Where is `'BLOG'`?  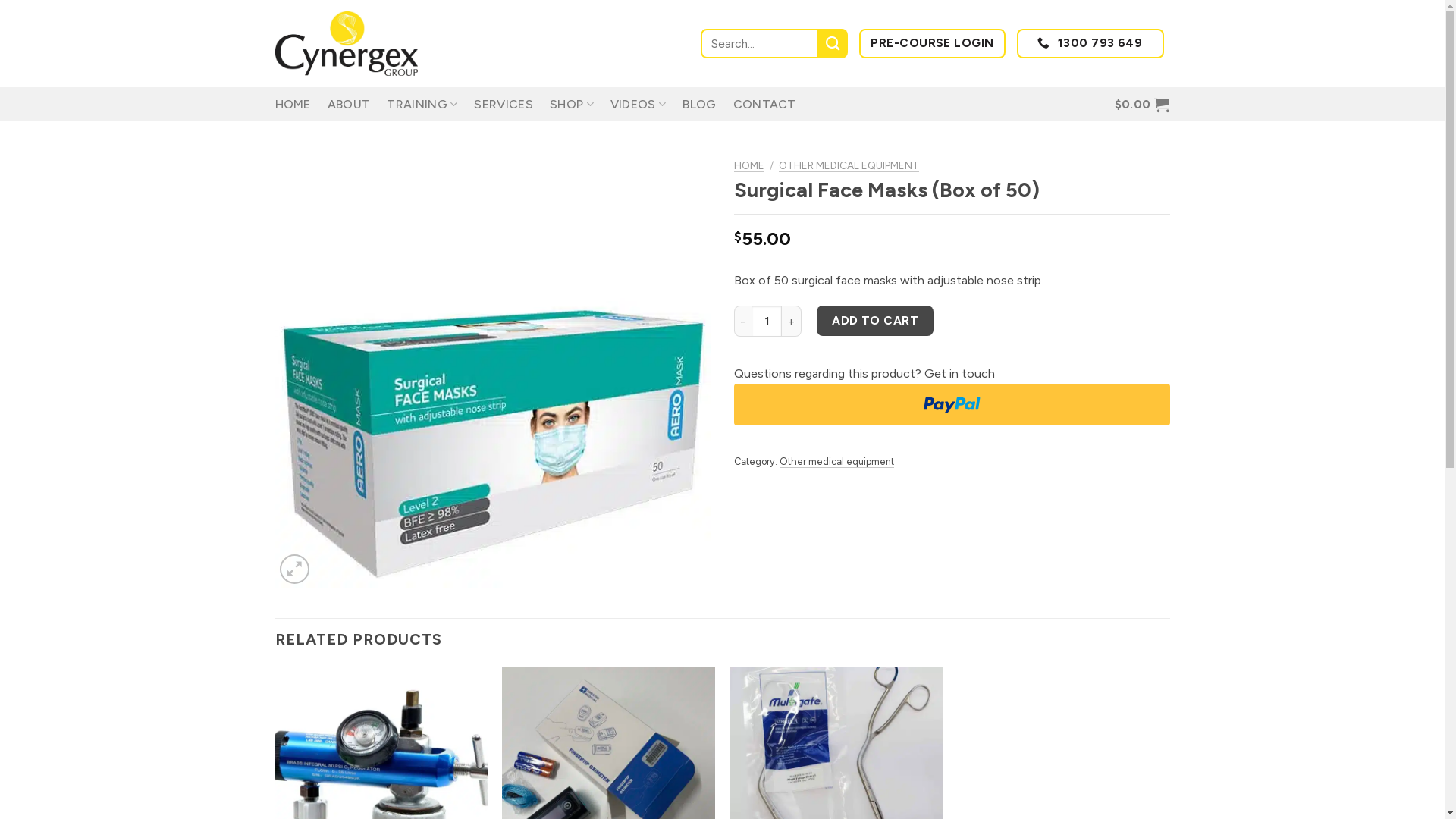 'BLOG' is located at coordinates (698, 104).